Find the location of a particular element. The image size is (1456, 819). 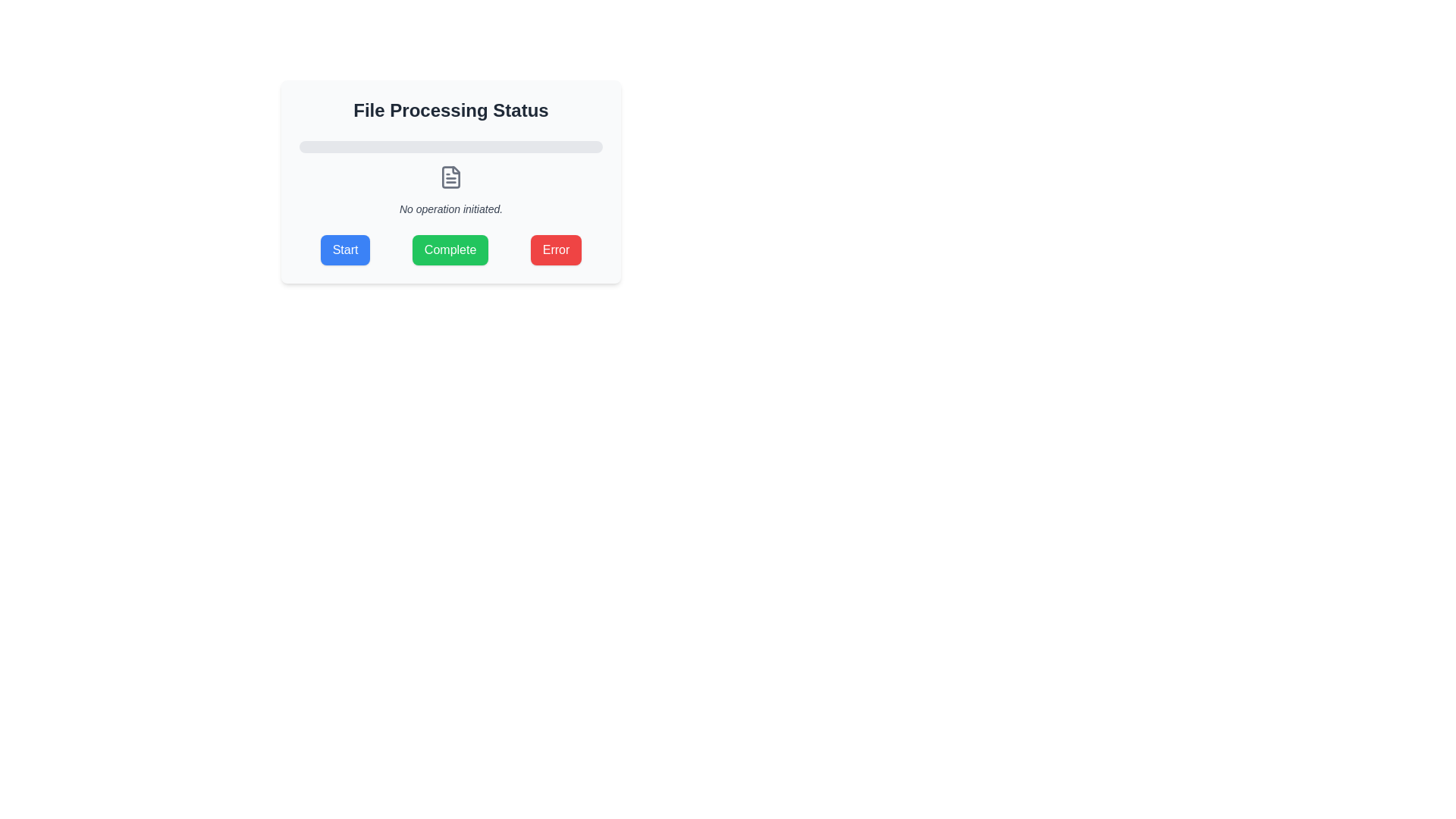

the 'Start' button, which is a blue rectangular button with white text, located towards the lower portion of the 'File Processing Status' panel is located at coordinates (344, 249).